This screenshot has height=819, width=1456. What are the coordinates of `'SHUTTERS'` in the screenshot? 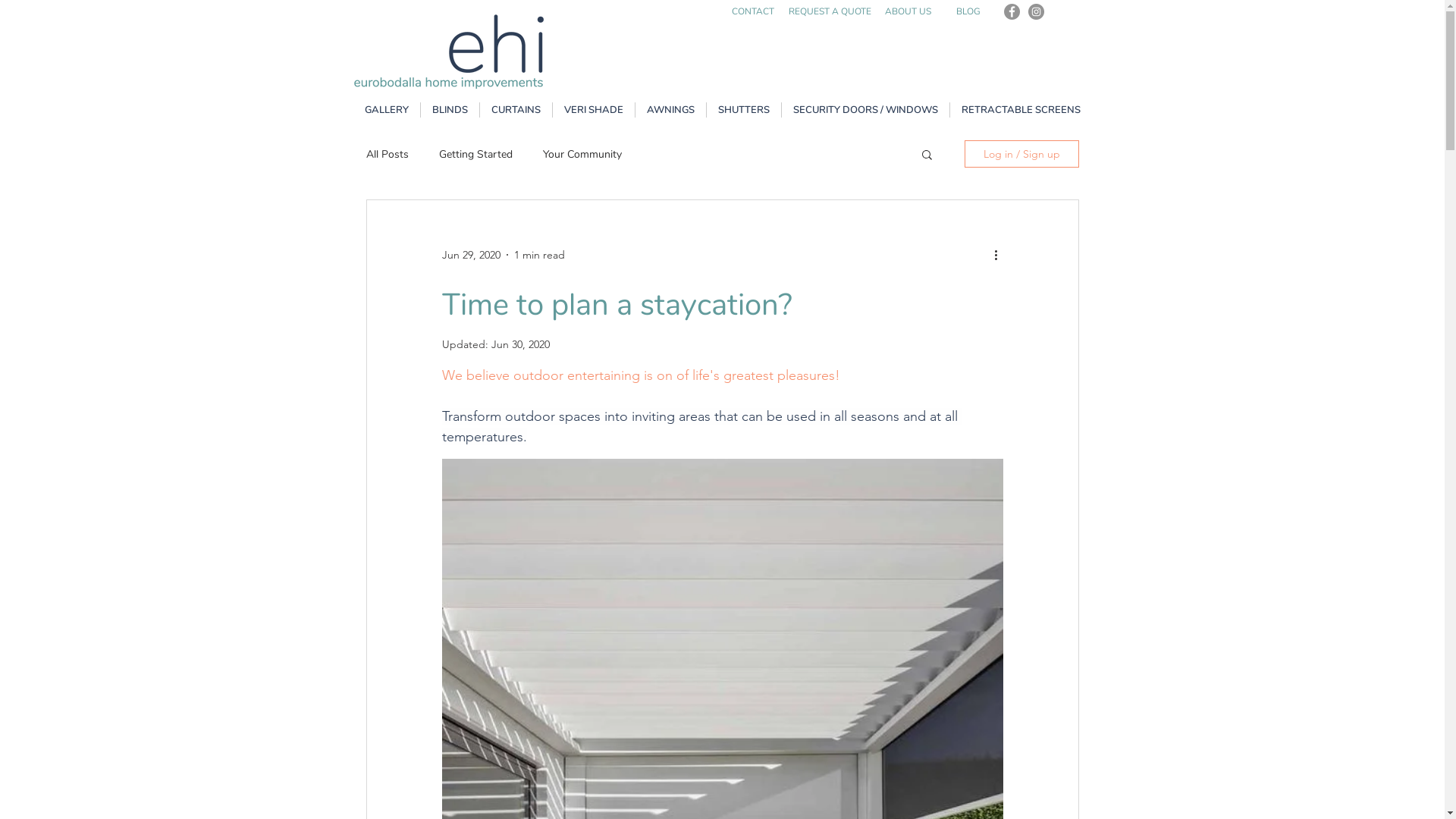 It's located at (743, 109).